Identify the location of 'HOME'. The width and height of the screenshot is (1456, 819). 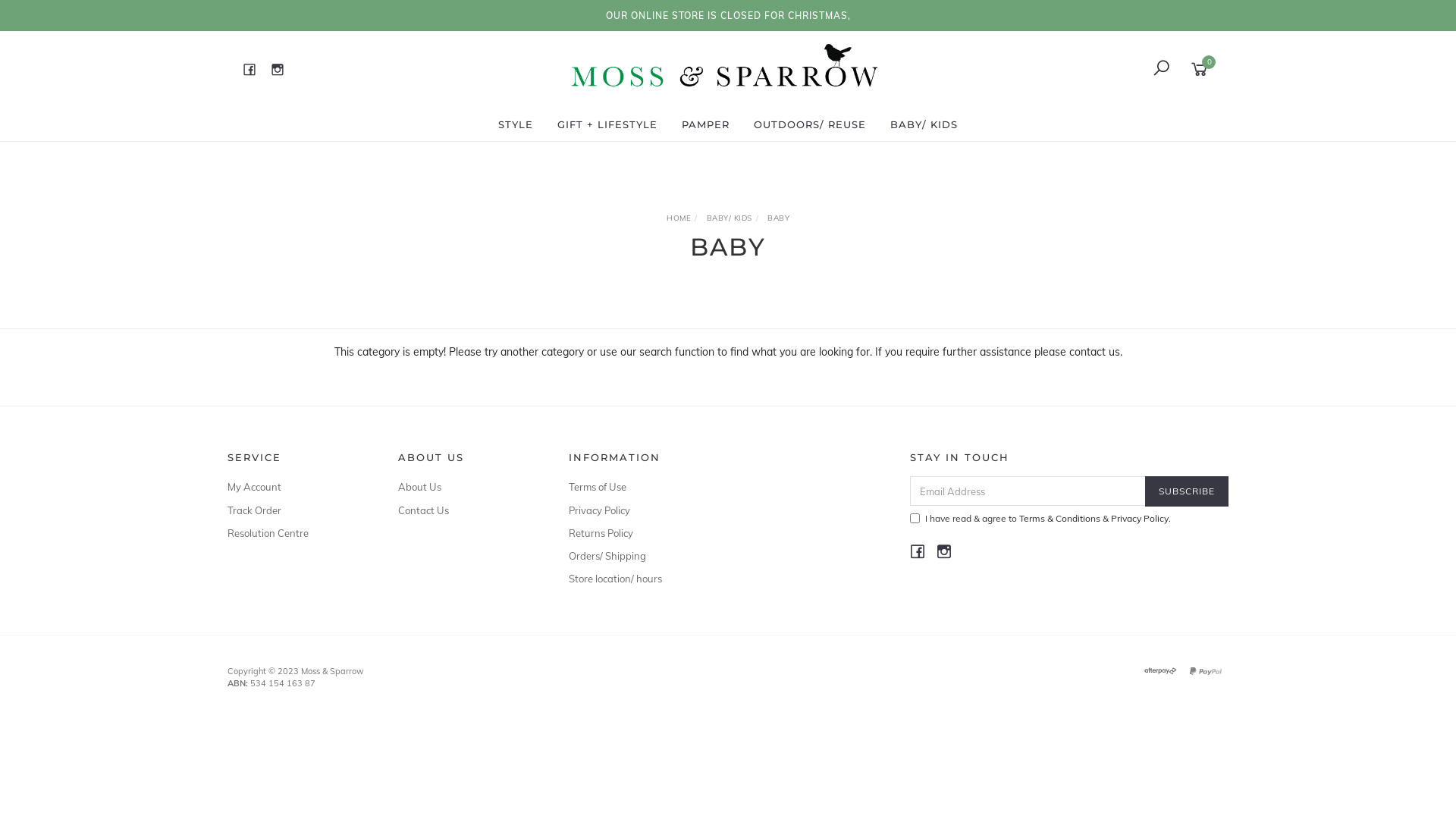
(677, 218).